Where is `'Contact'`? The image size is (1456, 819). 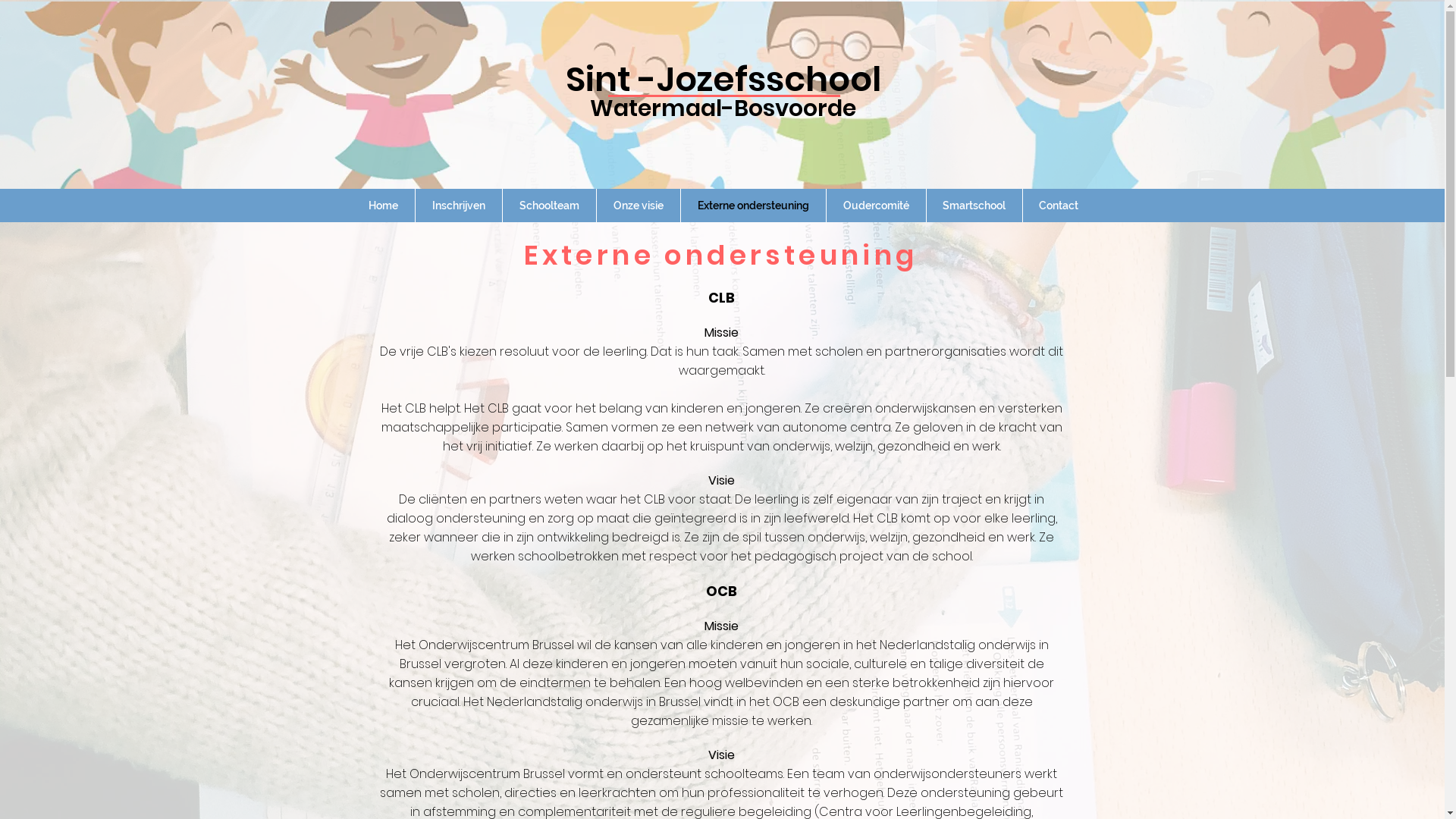
'Contact' is located at coordinates (1057, 205).